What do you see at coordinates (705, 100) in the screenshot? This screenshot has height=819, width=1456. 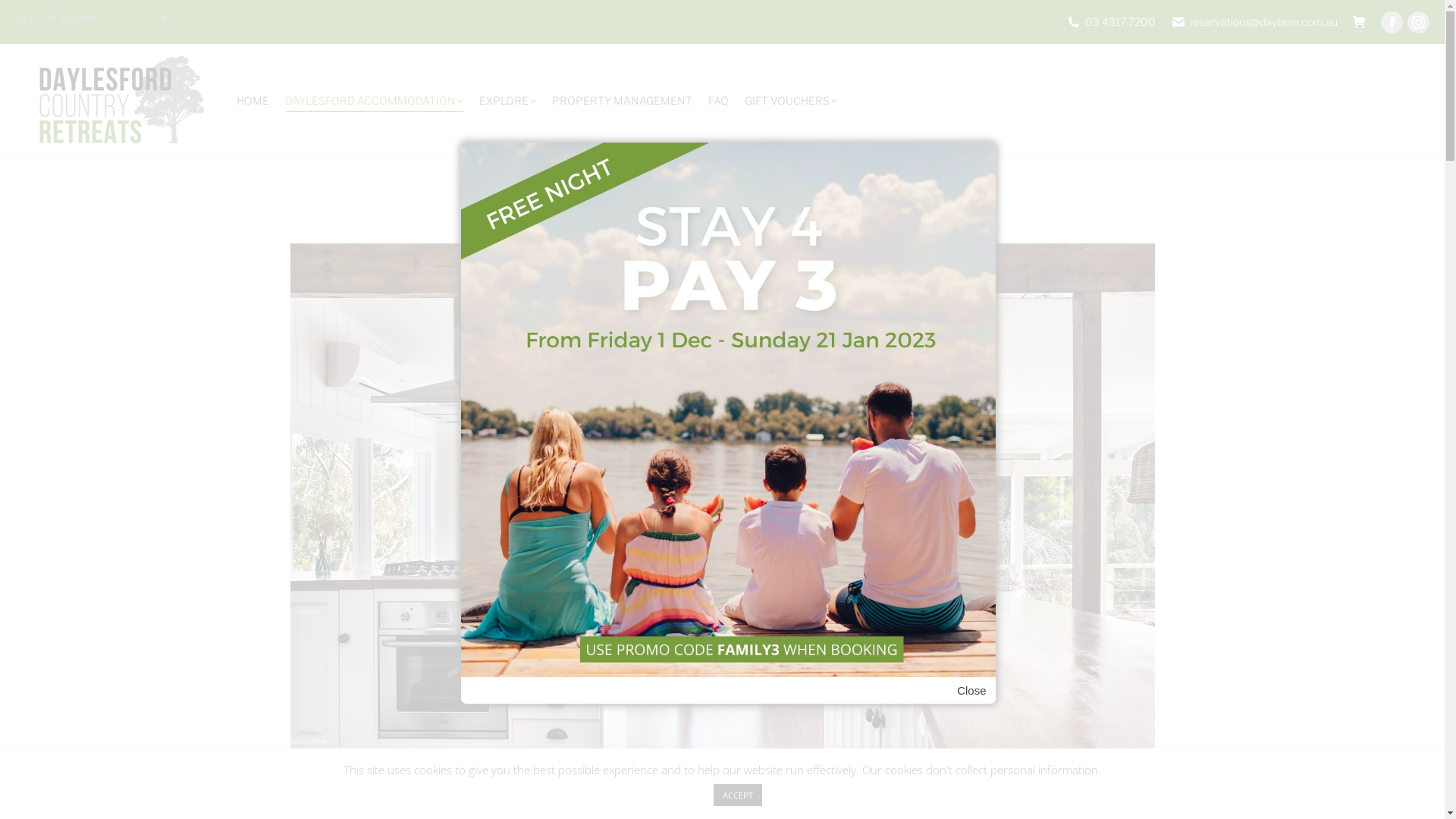 I see `'FAQ'` at bounding box center [705, 100].